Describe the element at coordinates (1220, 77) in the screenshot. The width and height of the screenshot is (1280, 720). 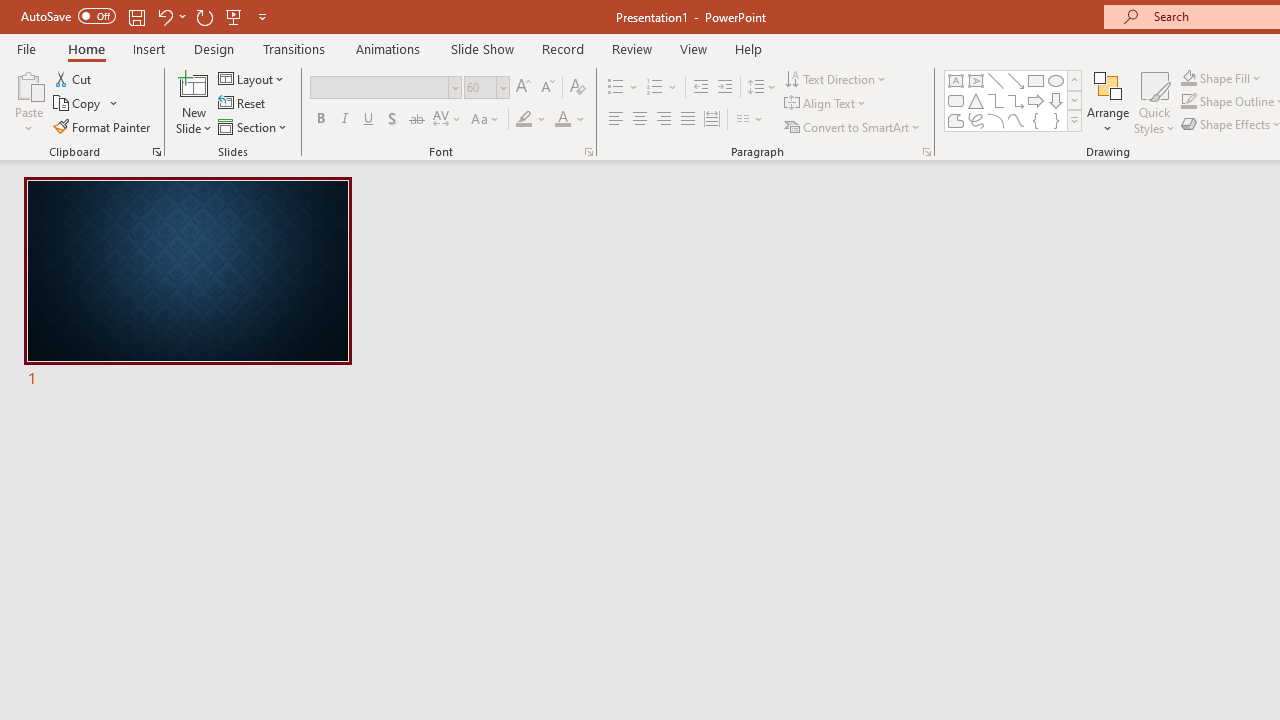
I see `'Shape Fill'` at that location.